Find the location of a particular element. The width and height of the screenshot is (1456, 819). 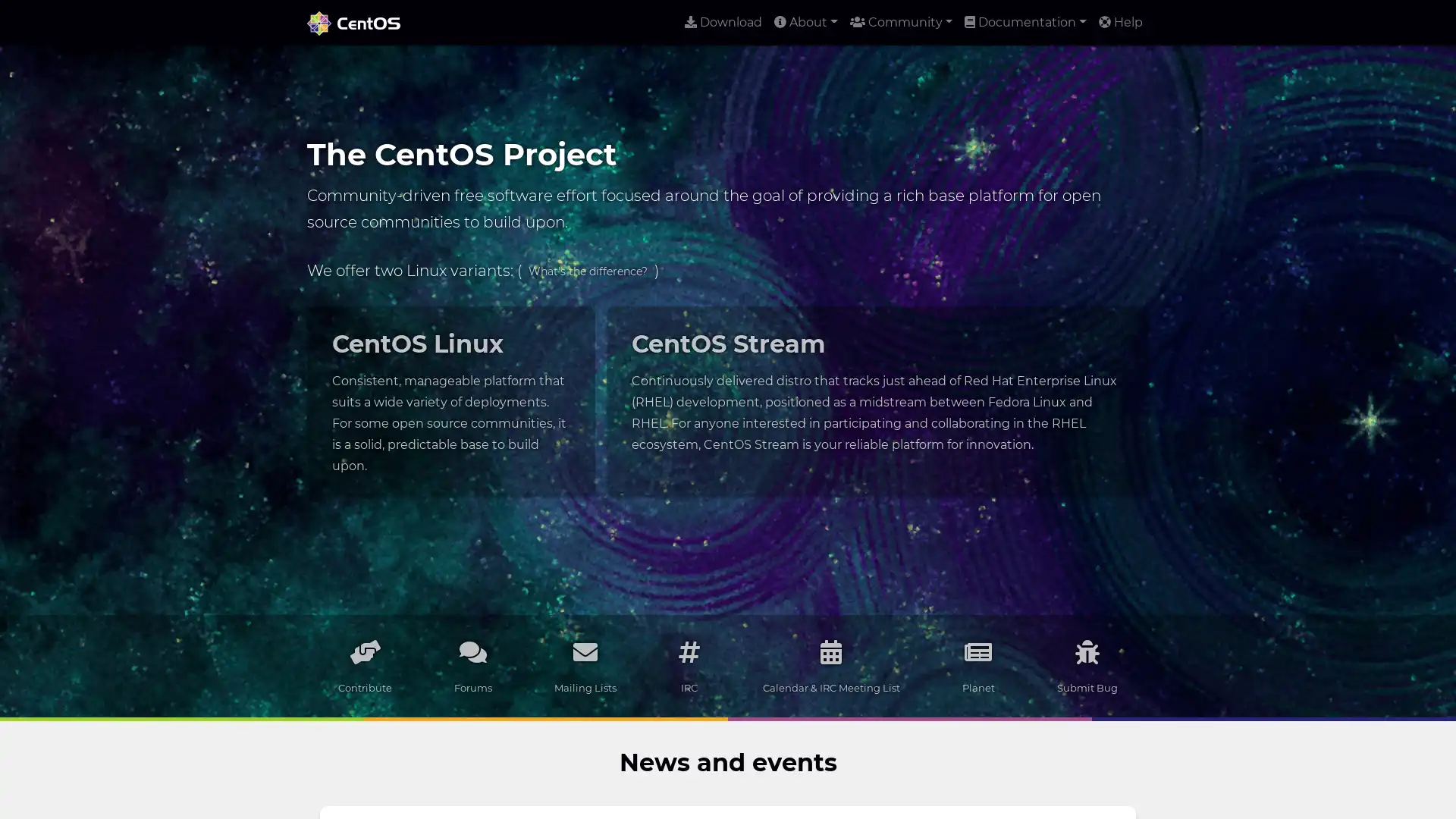

Submit Bug is located at coordinates (1086, 665).